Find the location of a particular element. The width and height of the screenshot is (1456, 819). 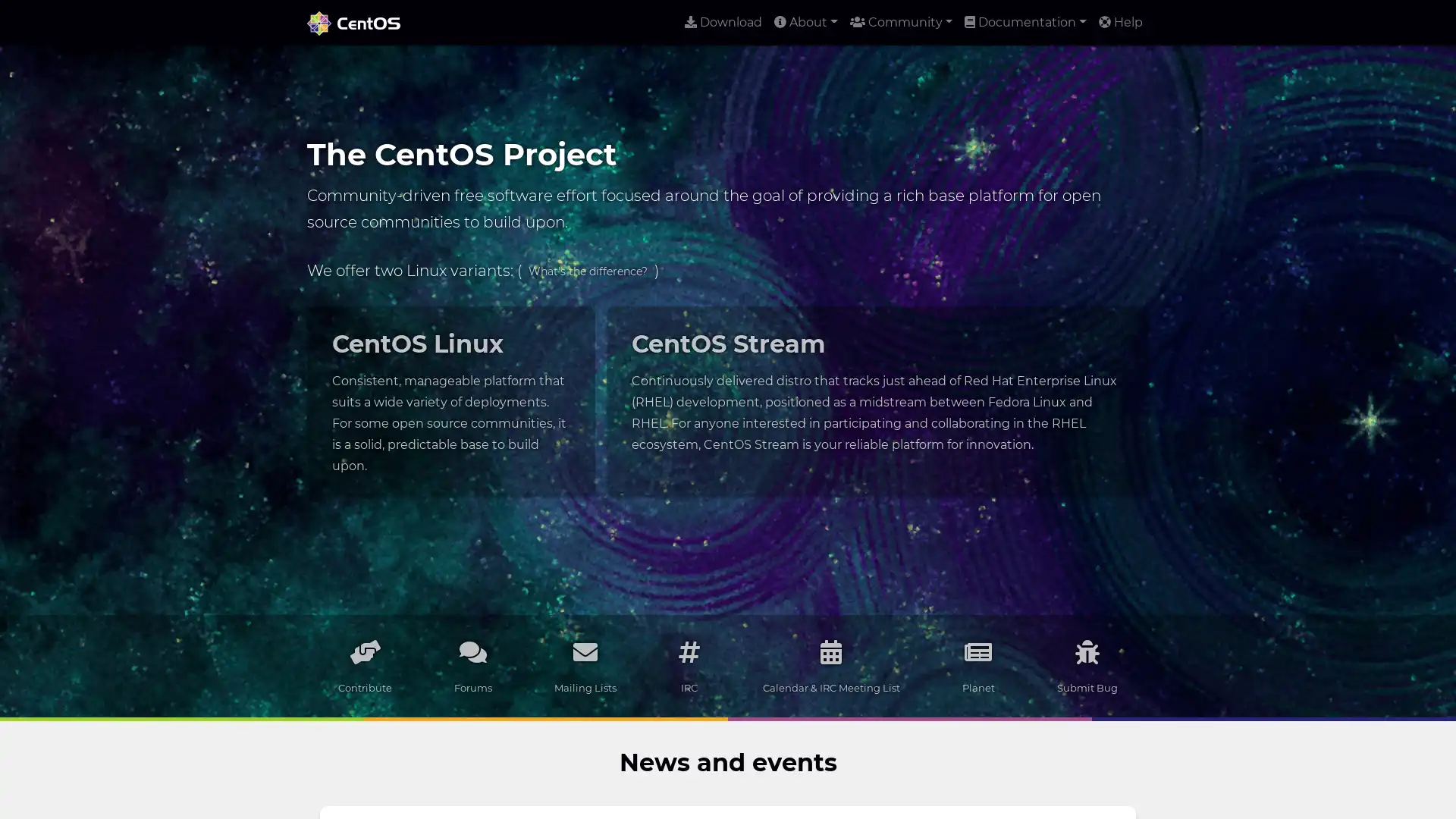

Submit Bug is located at coordinates (1086, 665).